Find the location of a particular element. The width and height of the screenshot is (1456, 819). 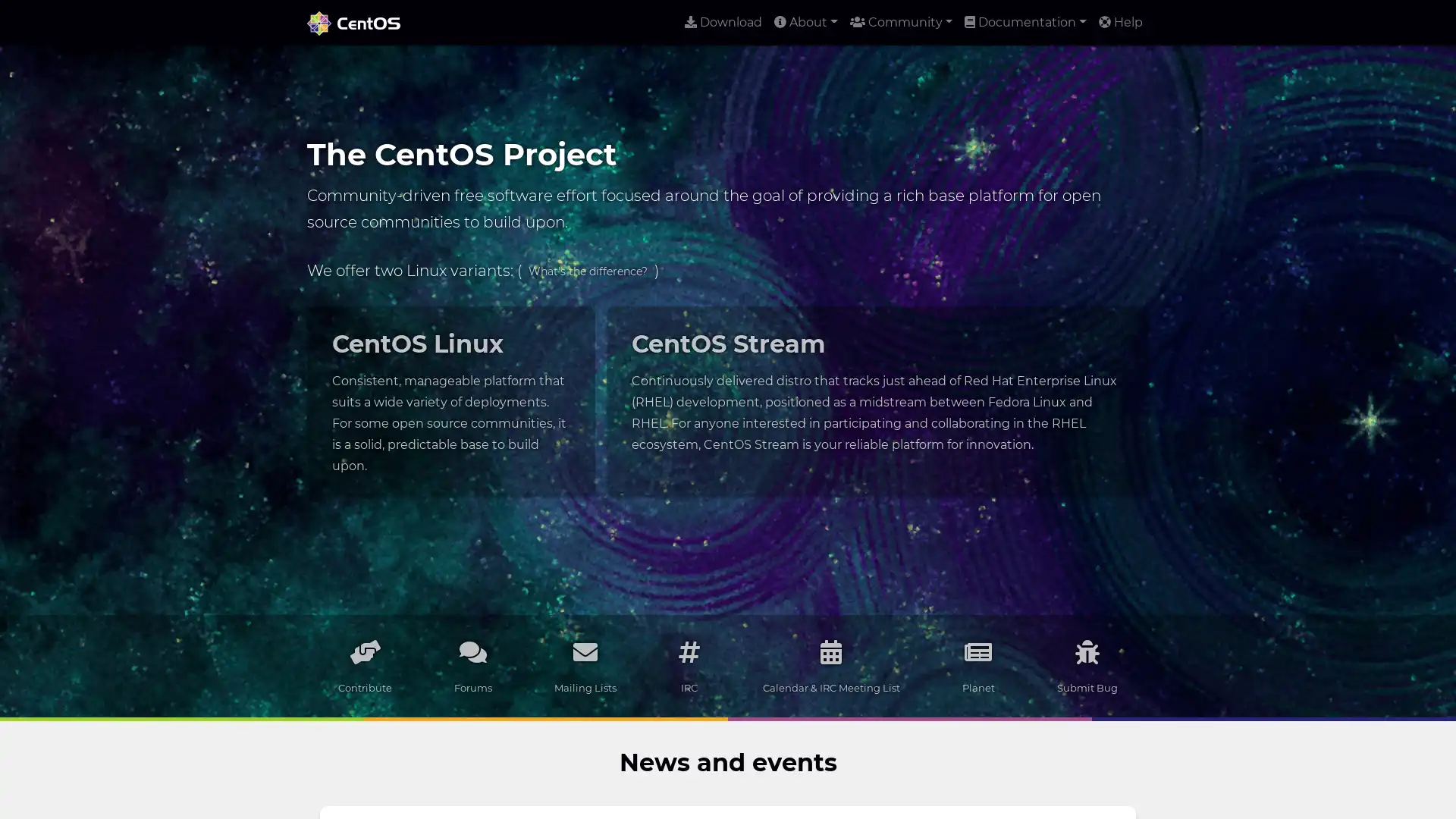

Submit Bug is located at coordinates (1086, 665).